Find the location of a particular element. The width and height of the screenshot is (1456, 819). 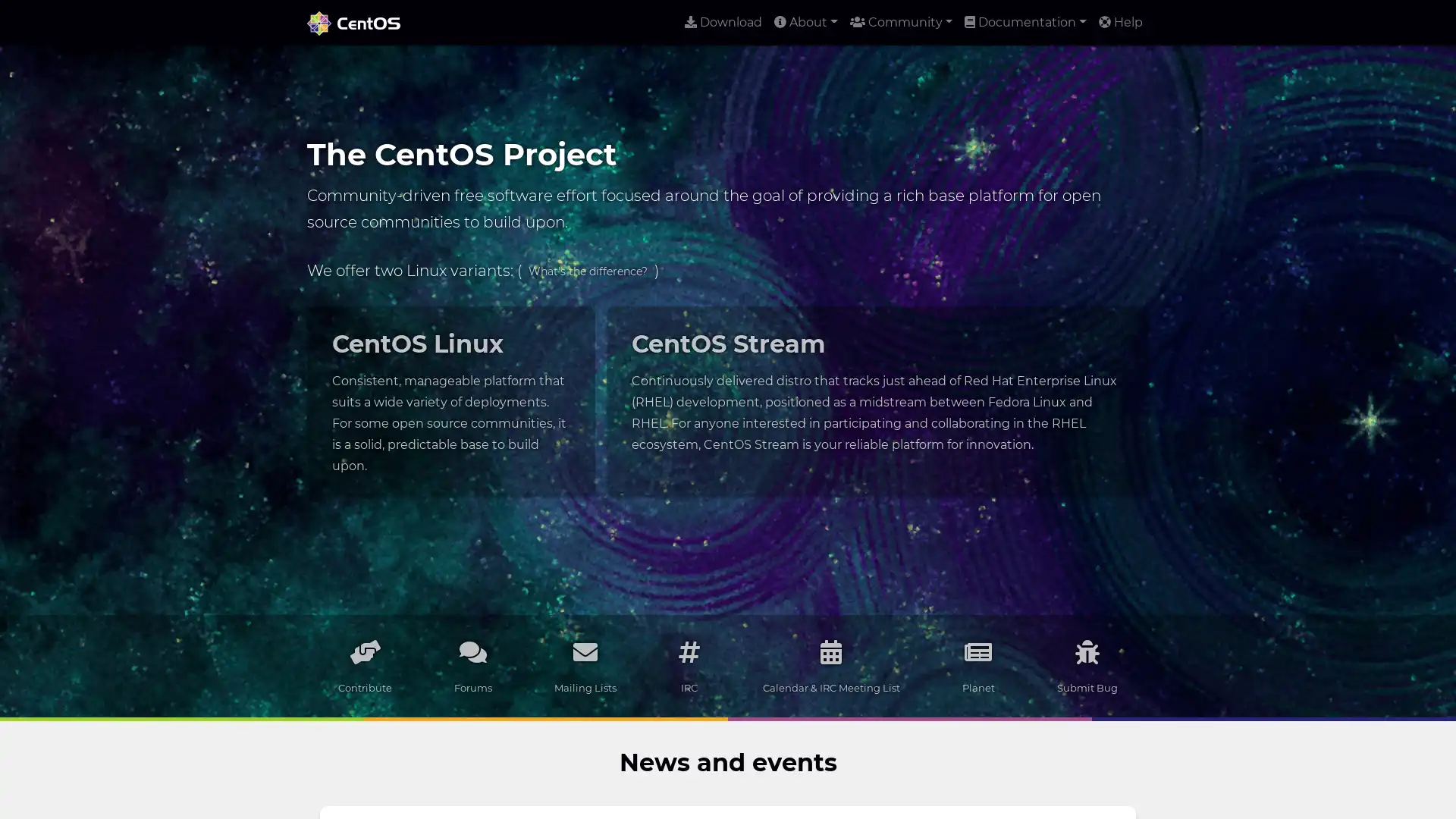

Submit Bug is located at coordinates (1086, 665).